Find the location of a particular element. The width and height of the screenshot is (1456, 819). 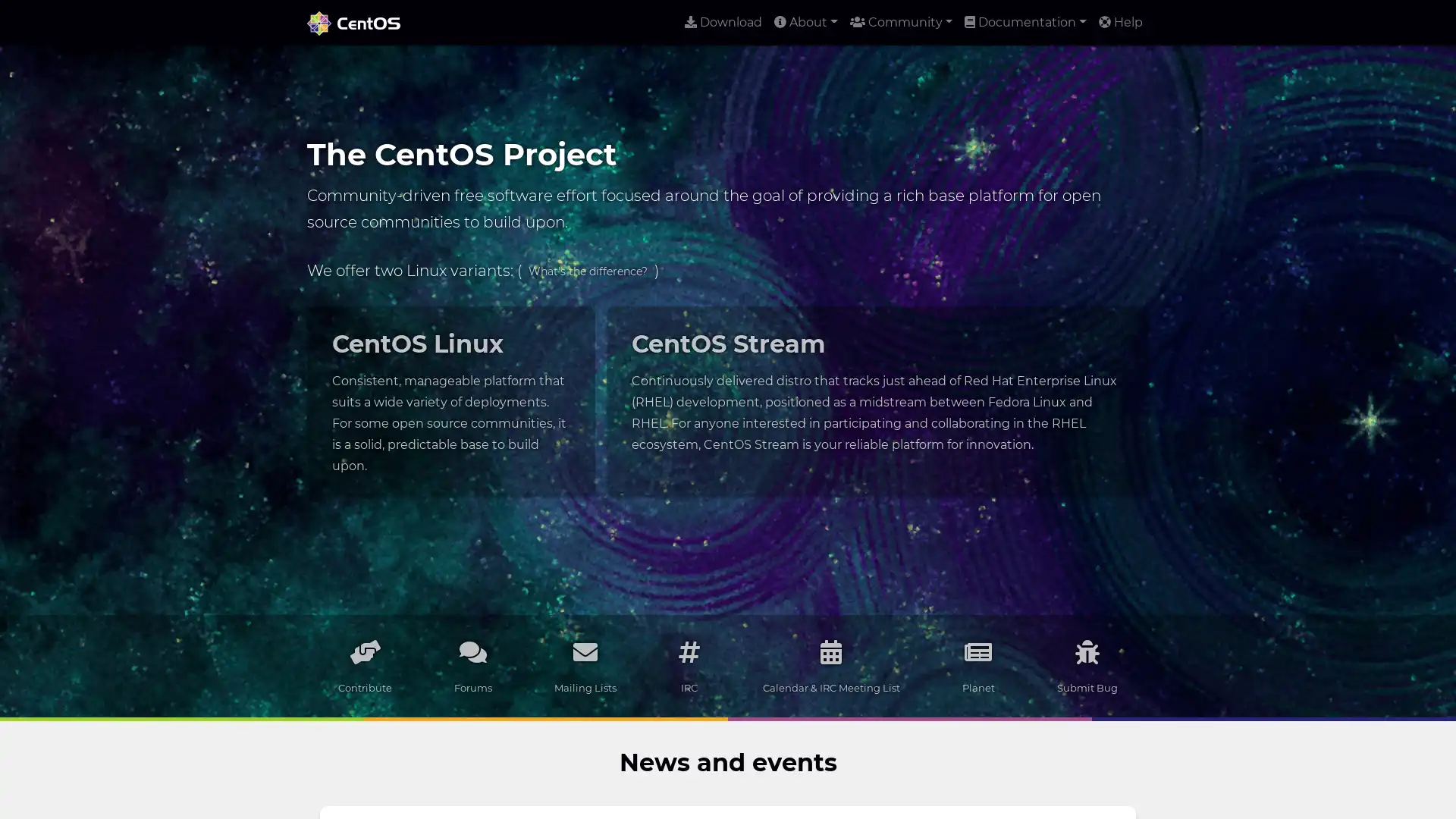

Submit Bug is located at coordinates (1086, 665).